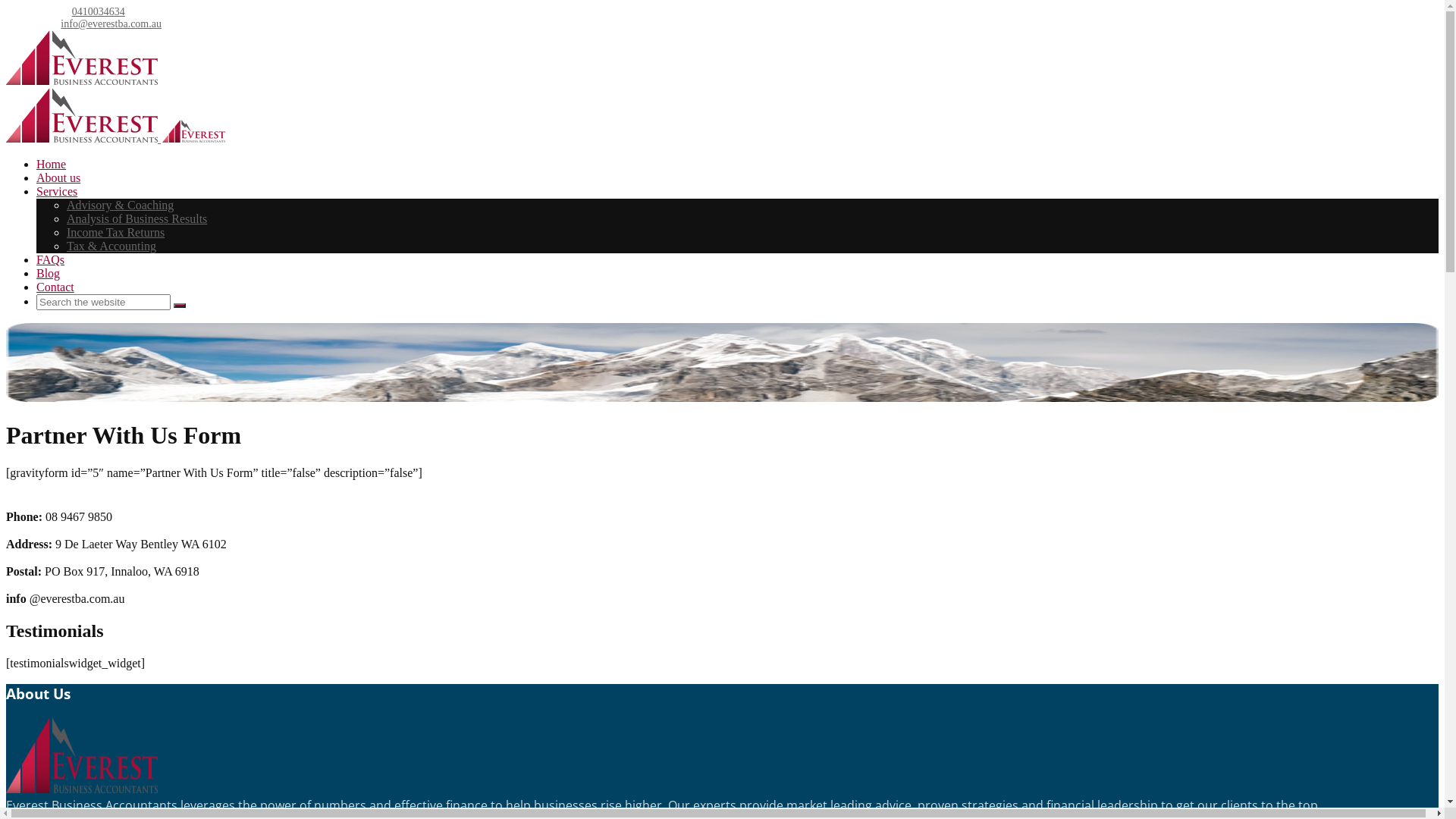 This screenshot has width=1456, height=819. I want to click on 'Services', so click(36, 190).